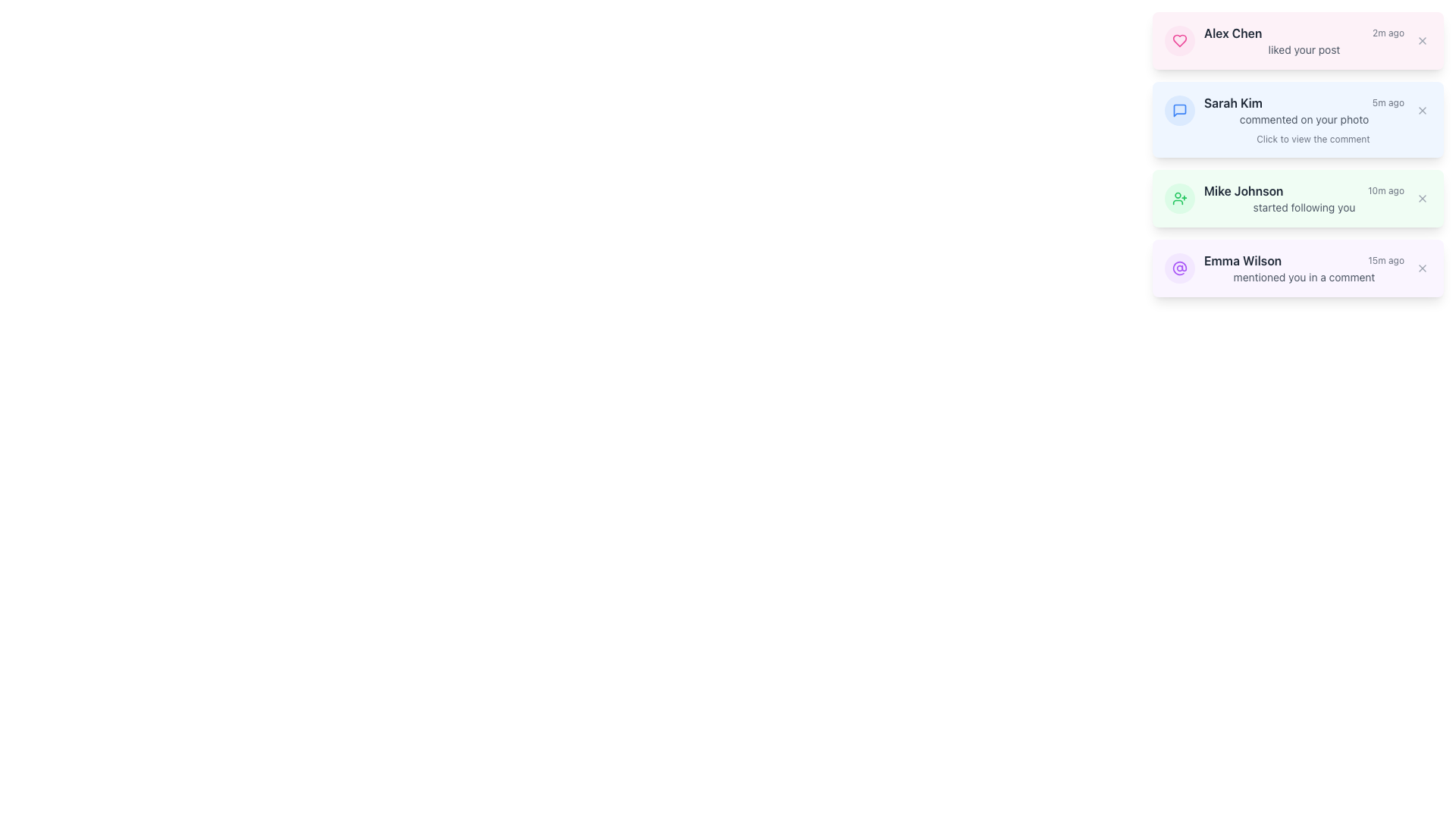  Describe the element at coordinates (1243, 259) in the screenshot. I see `the text label displaying 'Emma Wilson' in bold, dark gray font, located in the bottom-most notification item of a vertical list, to the left of the timestamp '15m ago'` at that location.